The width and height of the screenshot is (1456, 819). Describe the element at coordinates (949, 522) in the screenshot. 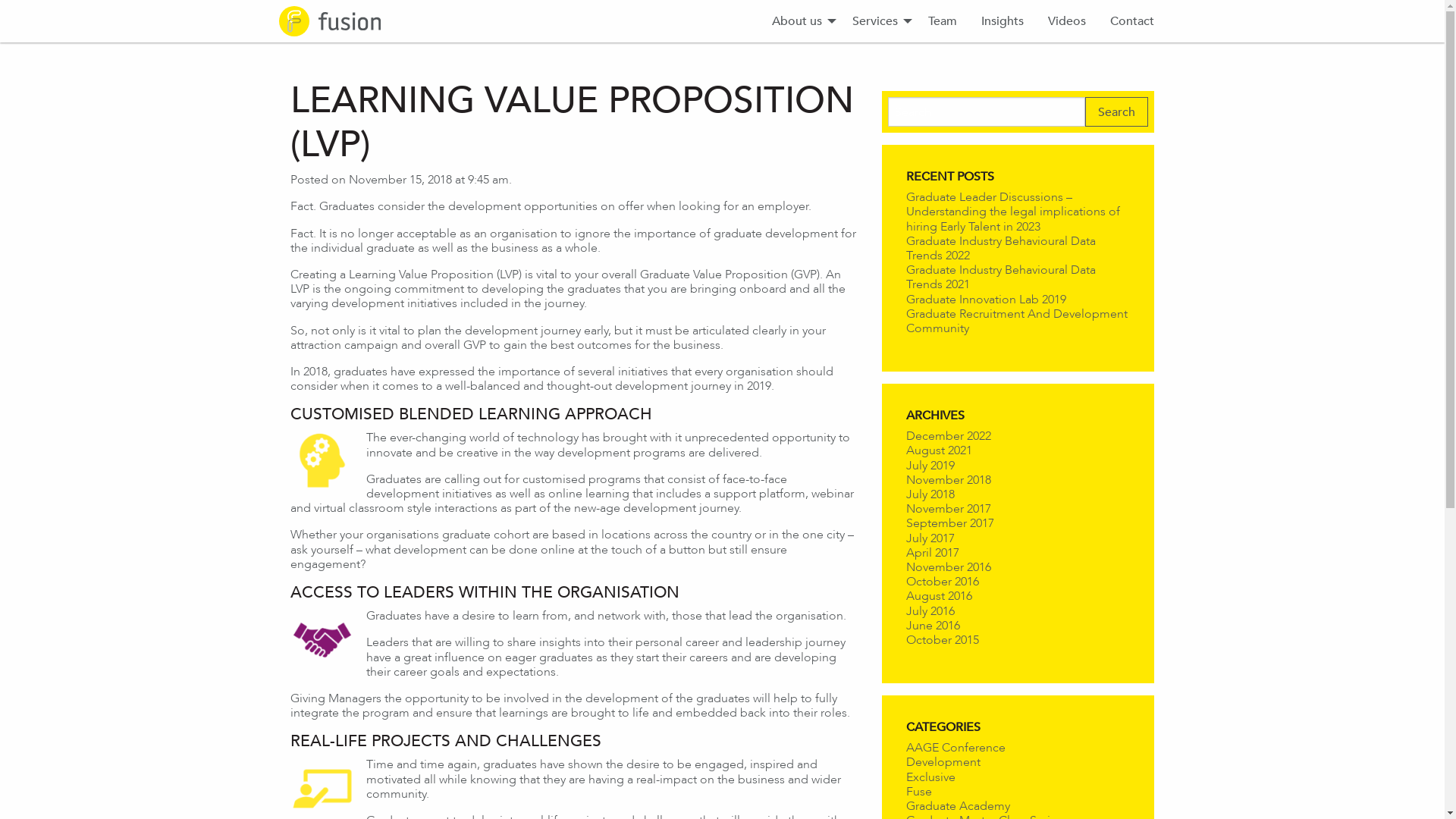

I see `'September 2017'` at that location.